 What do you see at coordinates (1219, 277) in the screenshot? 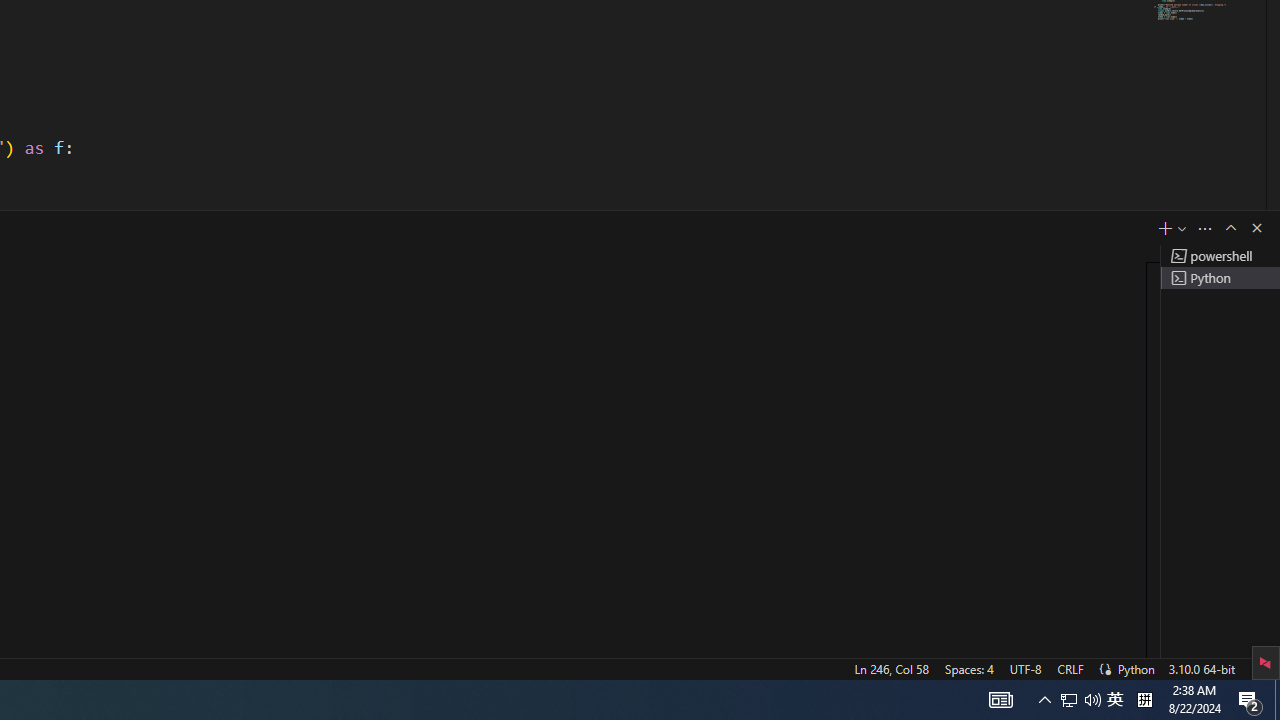
I see `'Terminal 5 Python'` at bounding box center [1219, 277].